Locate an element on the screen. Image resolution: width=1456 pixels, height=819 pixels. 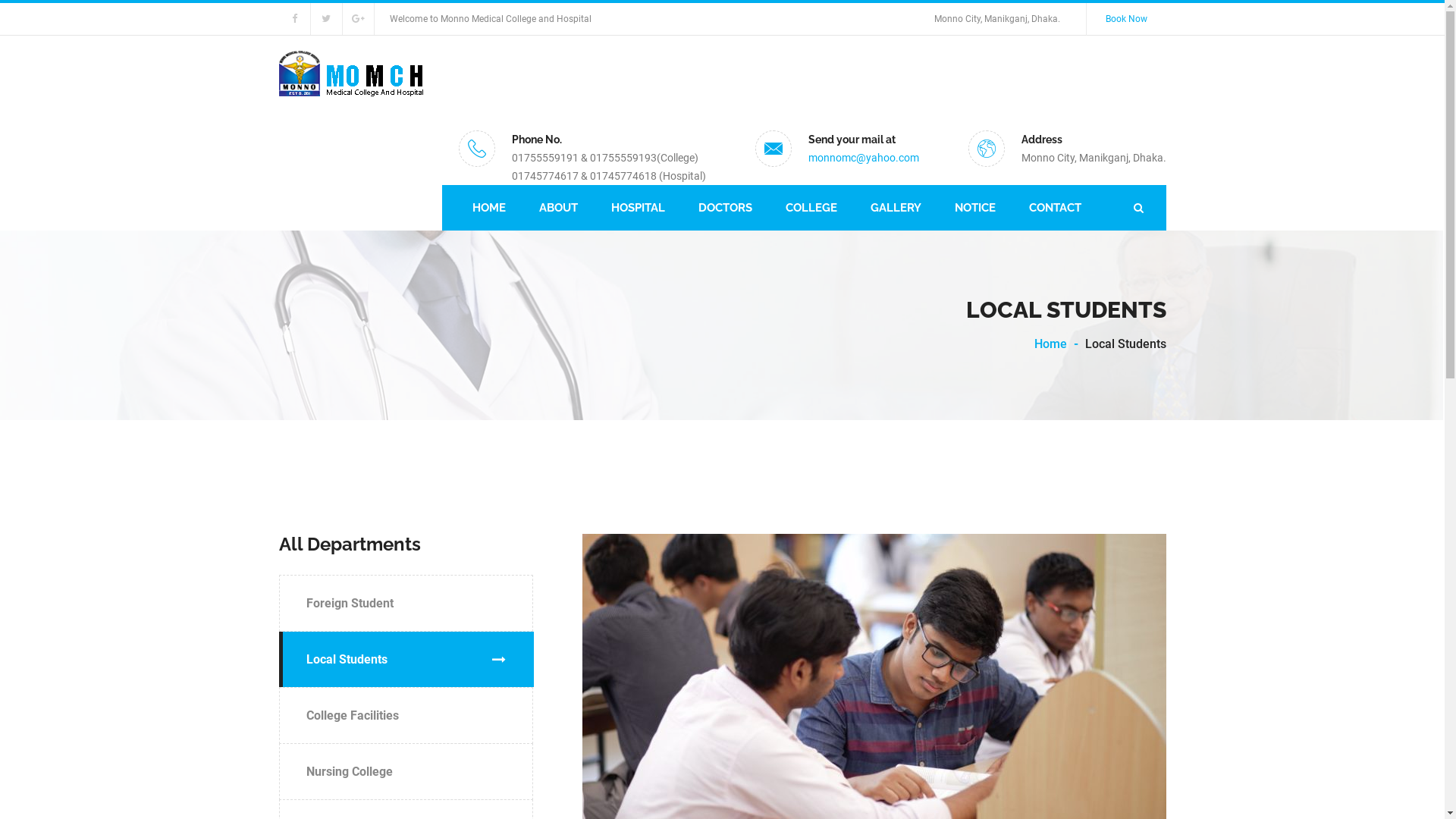
'College Facilities' is located at coordinates (406, 715).